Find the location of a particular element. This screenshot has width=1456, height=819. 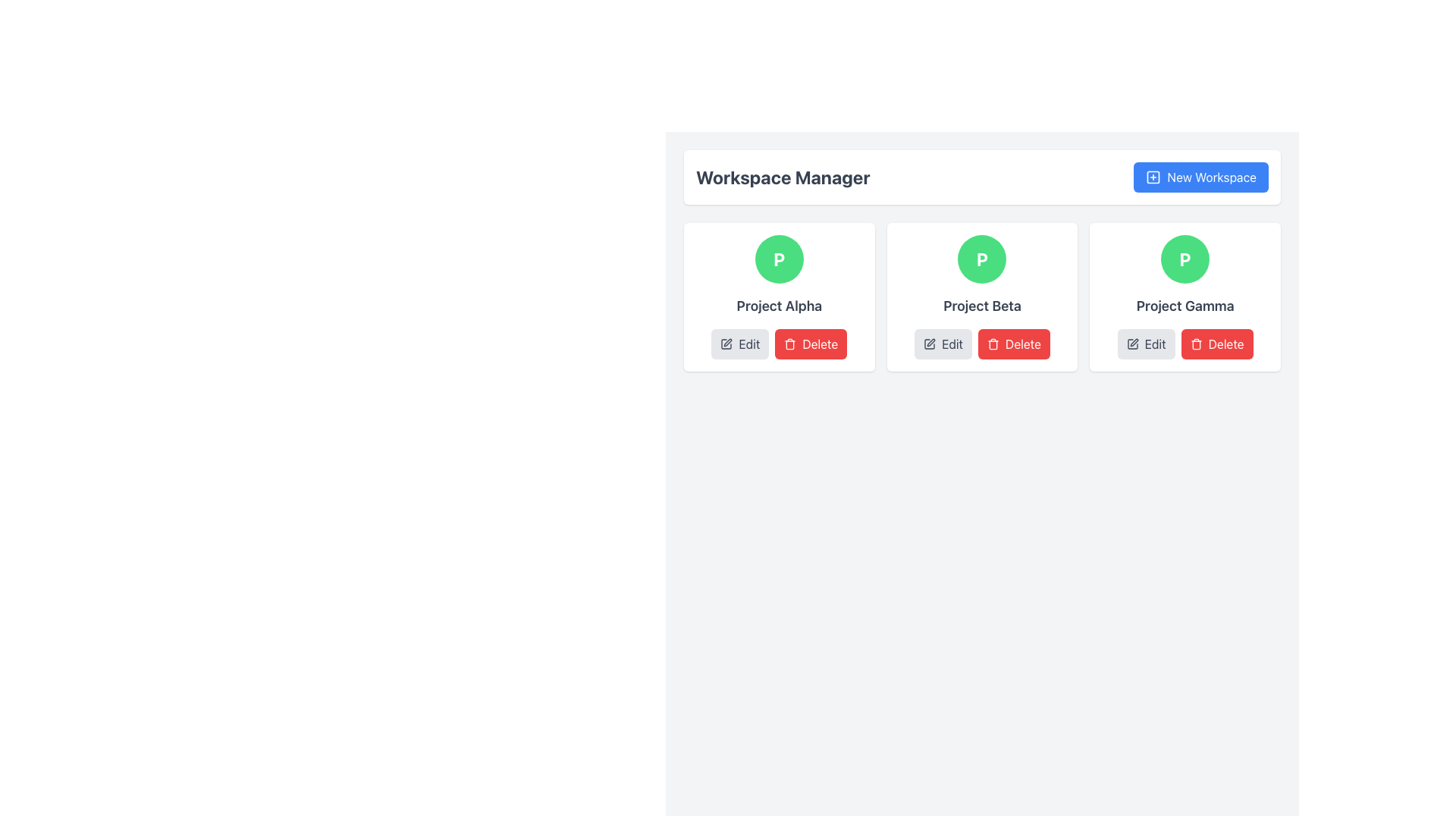

the square icon with a plus sign inside the 'New Workspace' button located in the top-right corner of the interface is located at coordinates (1153, 177).